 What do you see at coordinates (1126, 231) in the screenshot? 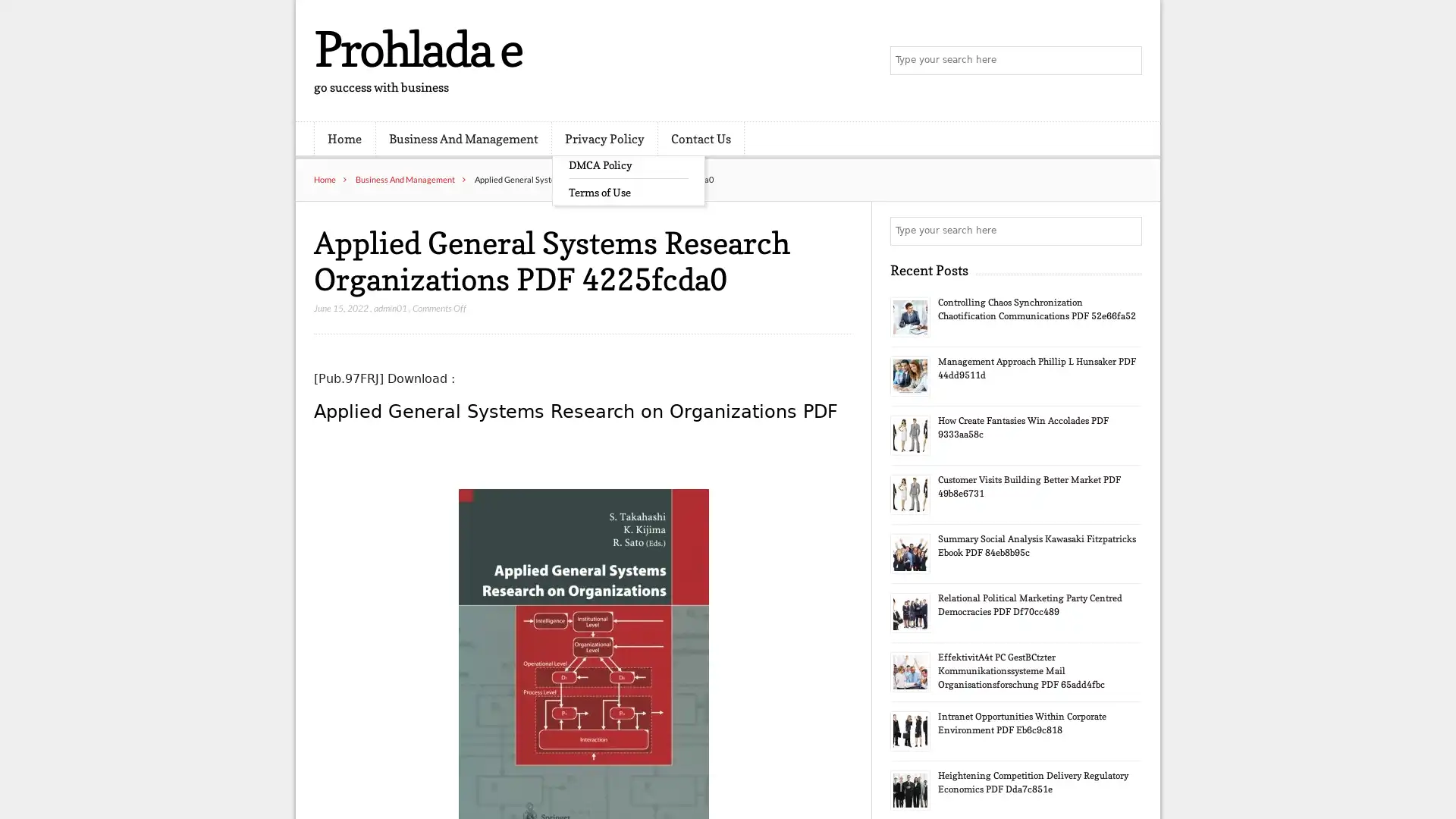
I see `Search` at bounding box center [1126, 231].